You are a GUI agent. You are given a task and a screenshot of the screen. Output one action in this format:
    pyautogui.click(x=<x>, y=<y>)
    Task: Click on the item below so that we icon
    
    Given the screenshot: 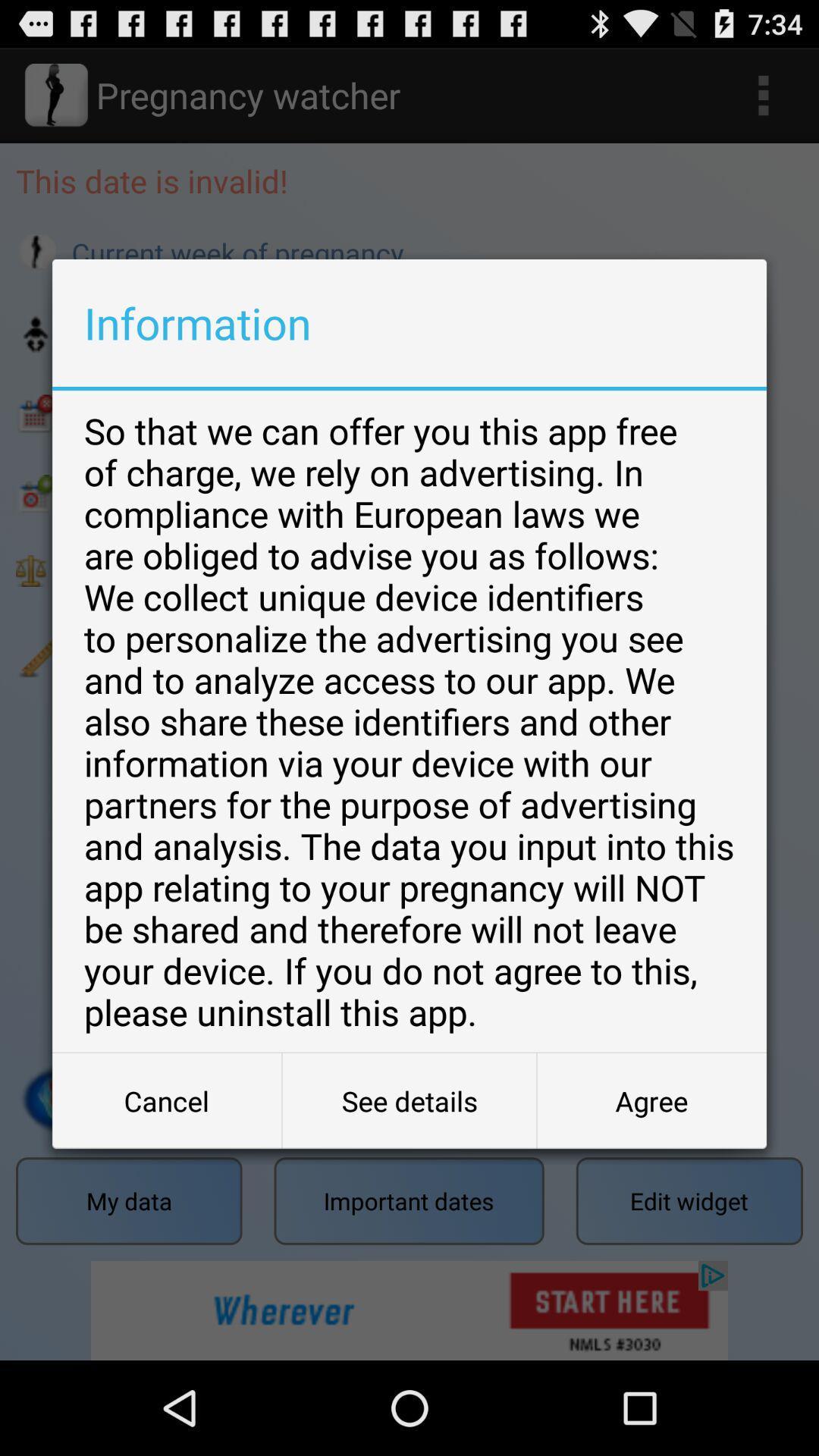 What is the action you would take?
    pyautogui.click(x=167, y=1100)
    